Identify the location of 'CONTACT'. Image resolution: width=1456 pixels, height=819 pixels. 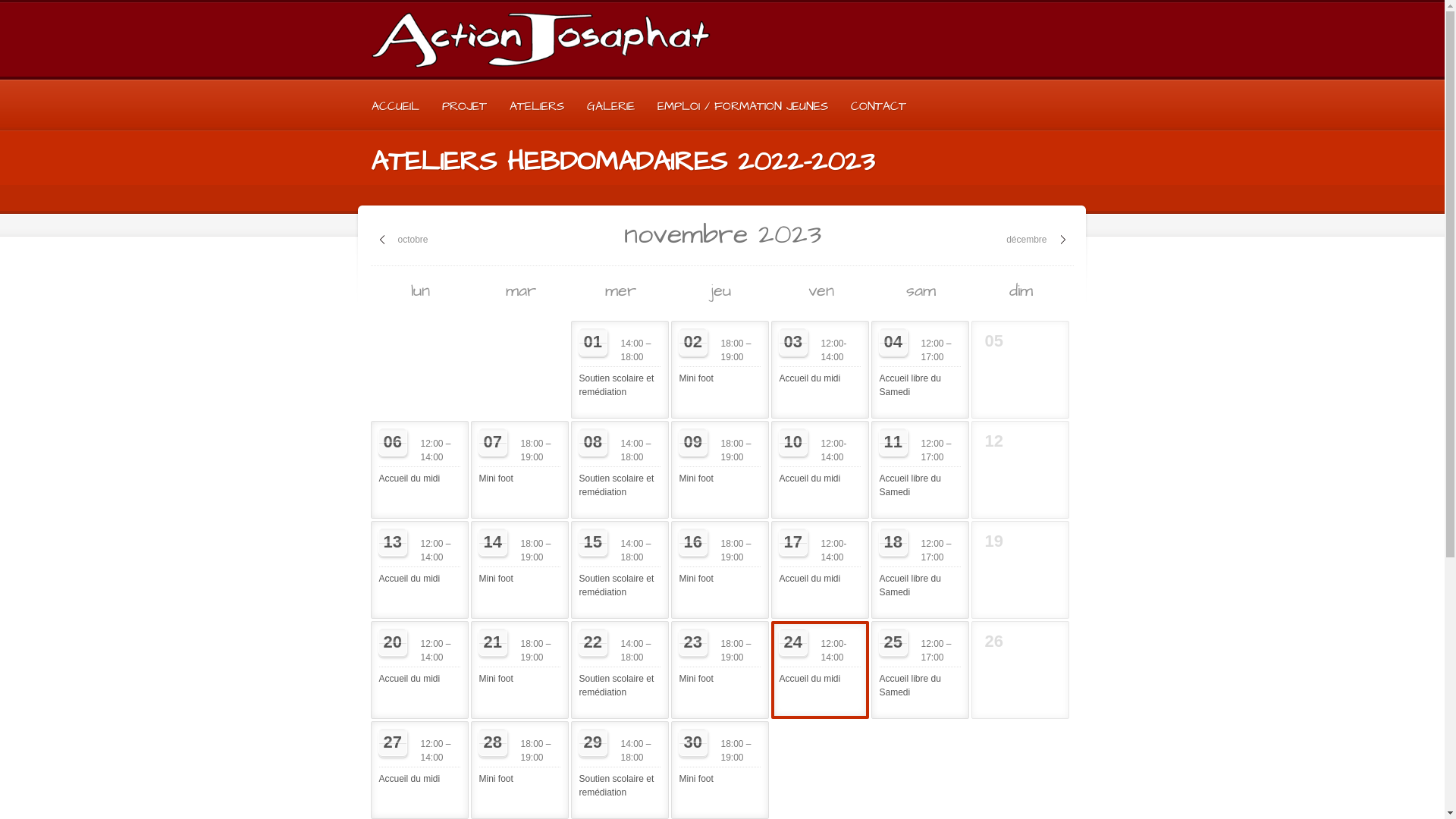
(877, 105).